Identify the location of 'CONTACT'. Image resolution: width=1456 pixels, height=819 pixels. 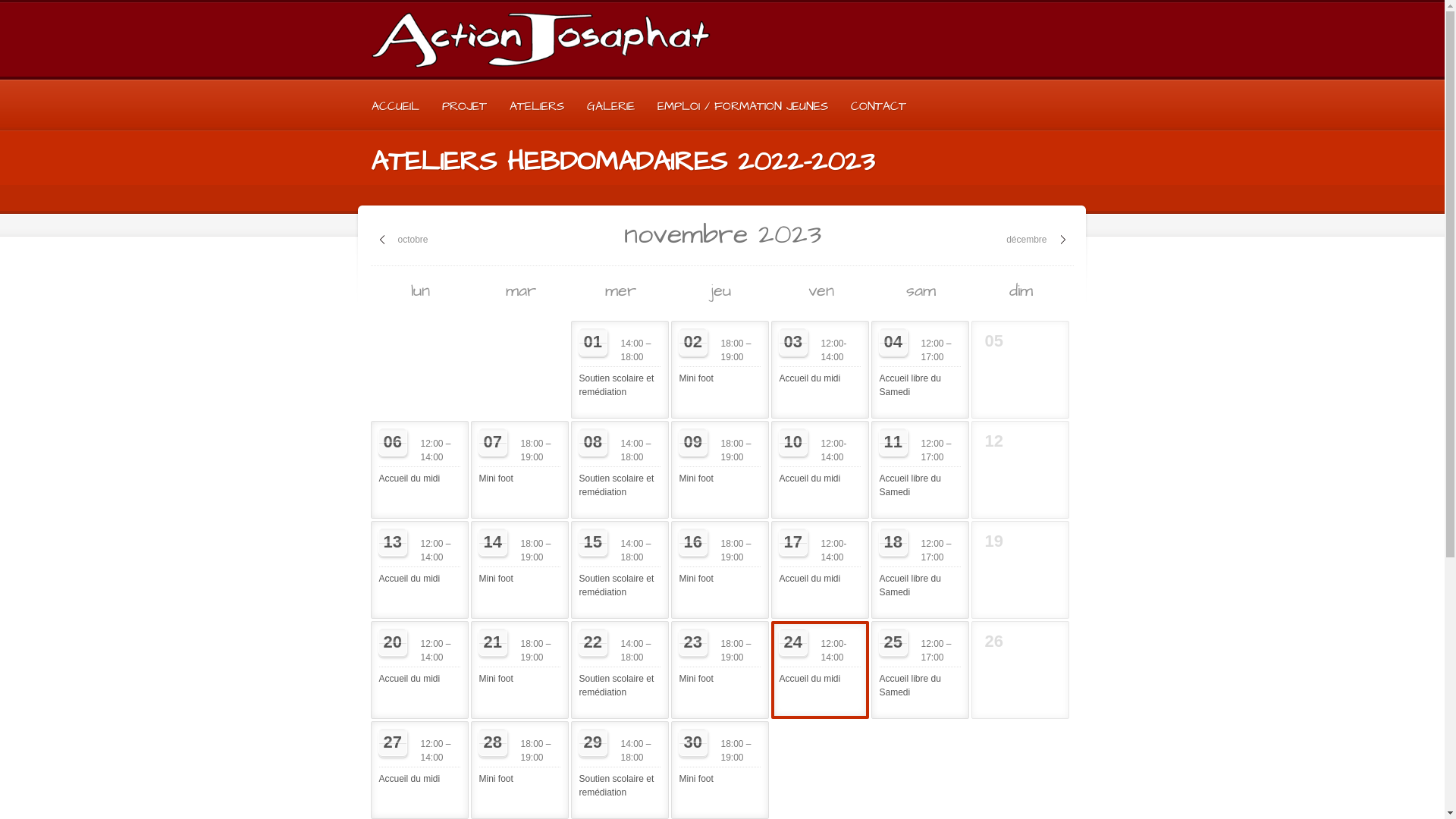
(877, 105).